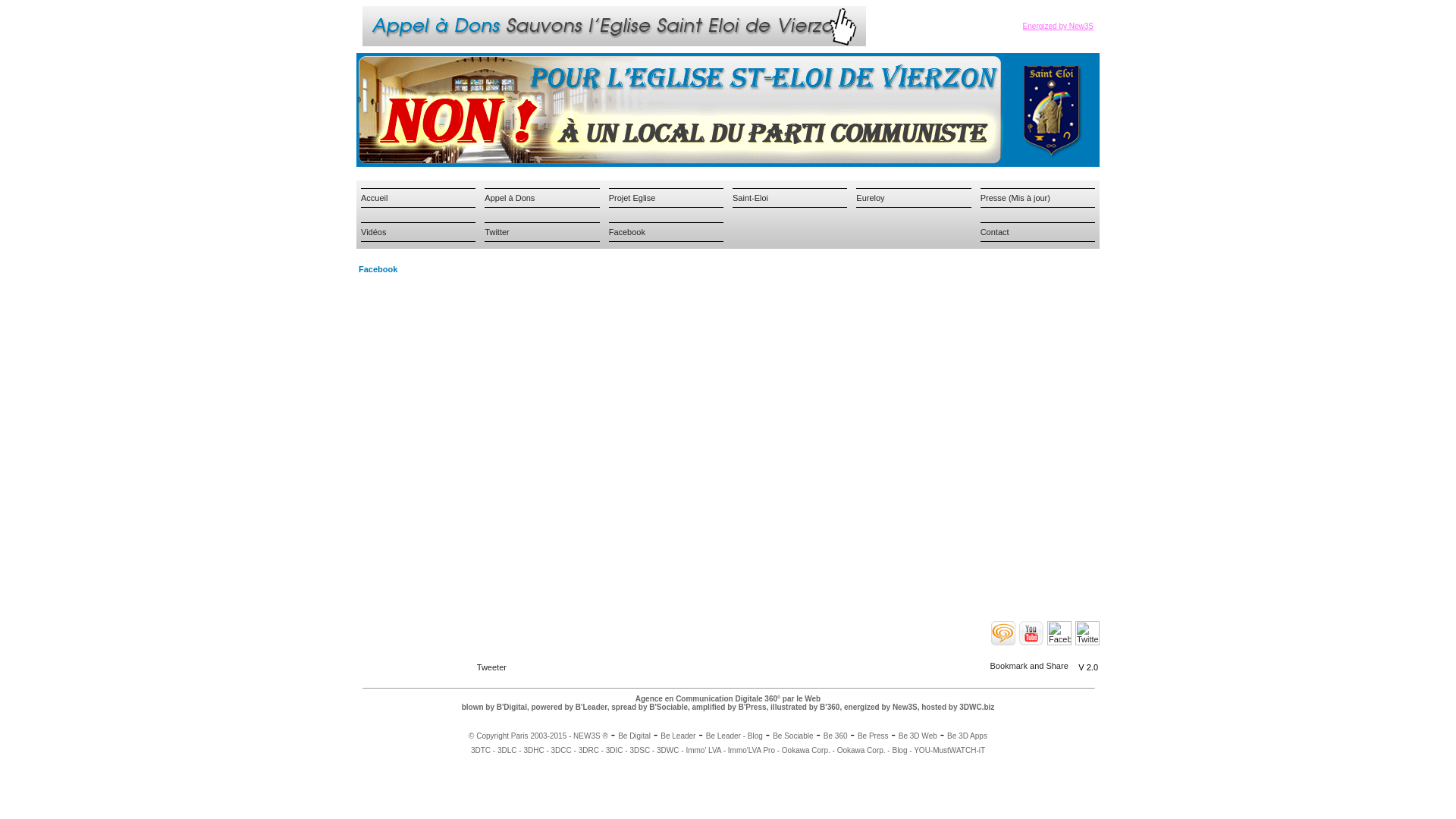  I want to click on 'Youtube', so click(1019, 632).